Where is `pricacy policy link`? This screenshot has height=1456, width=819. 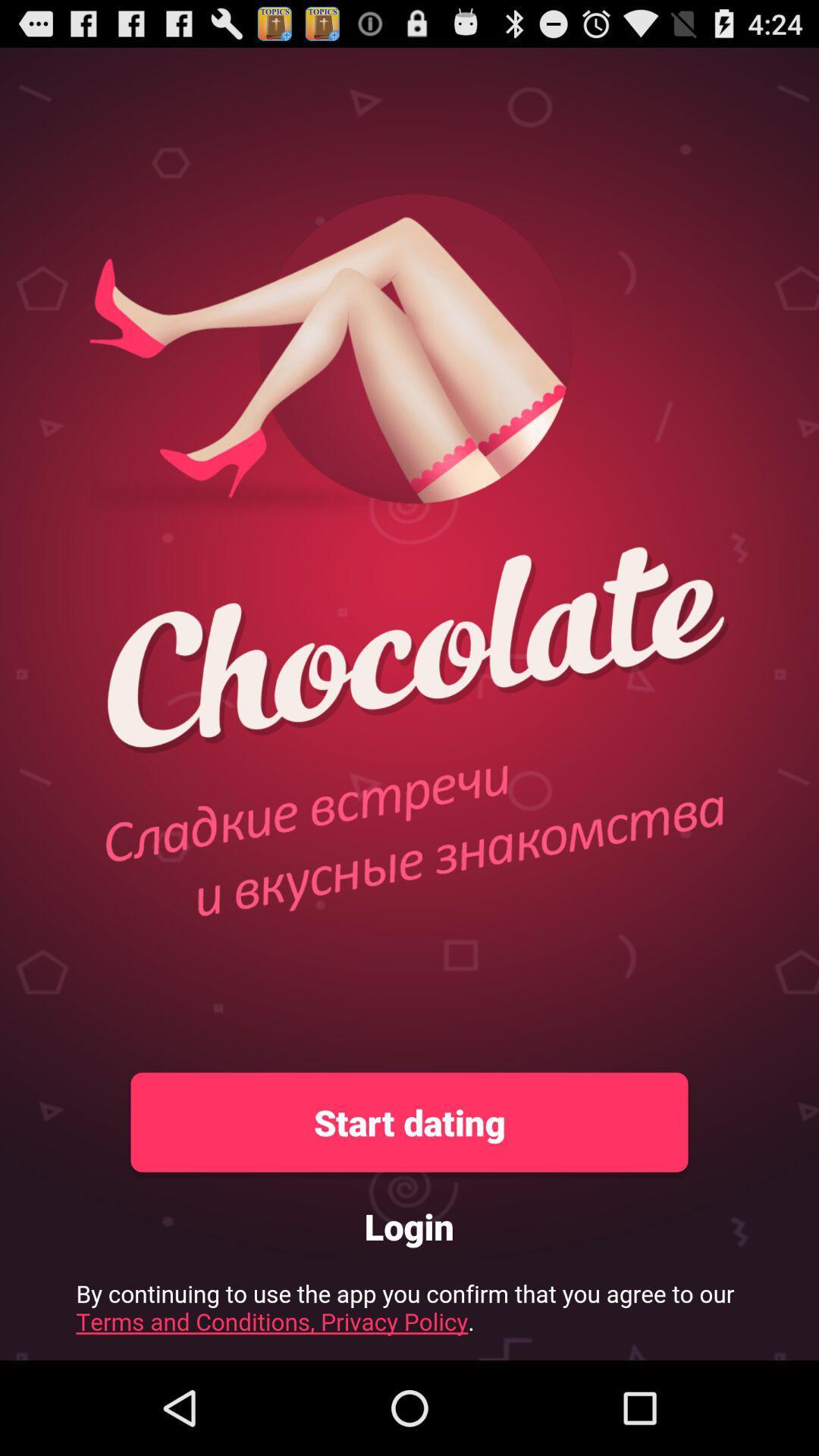
pricacy policy link is located at coordinates (409, 1312).